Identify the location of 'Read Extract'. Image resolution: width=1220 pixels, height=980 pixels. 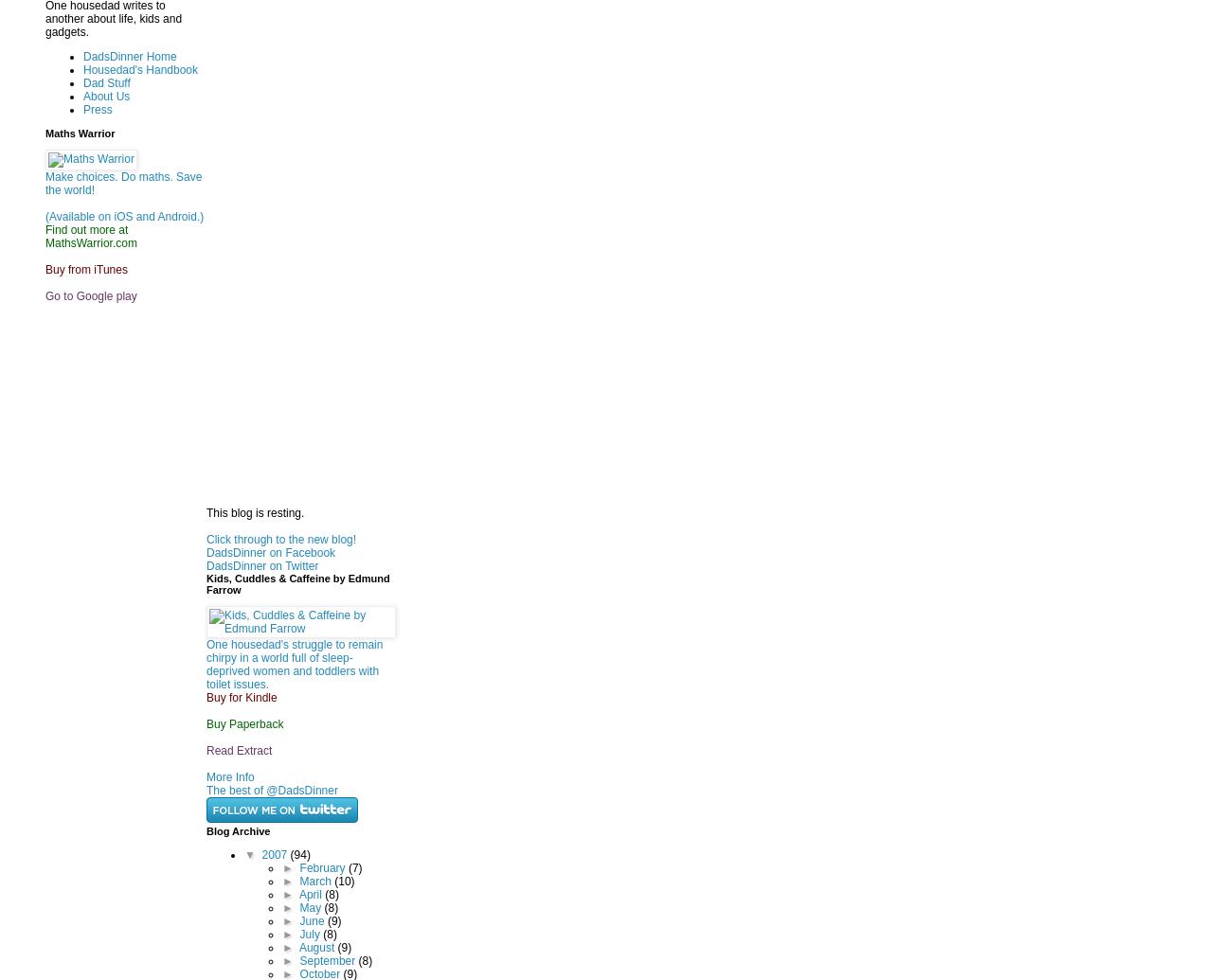
(239, 748).